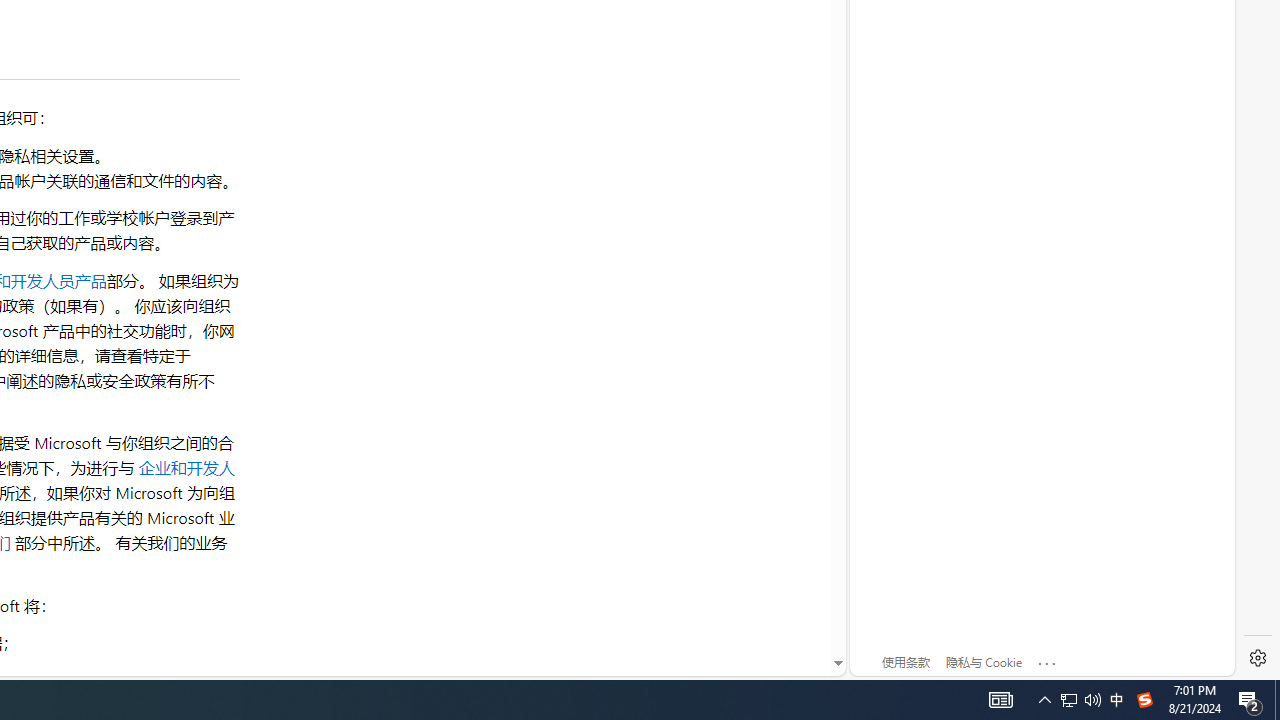  What do you see at coordinates (1000, 698) in the screenshot?
I see `'AutomationID: 4105'` at bounding box center [1000, 698].